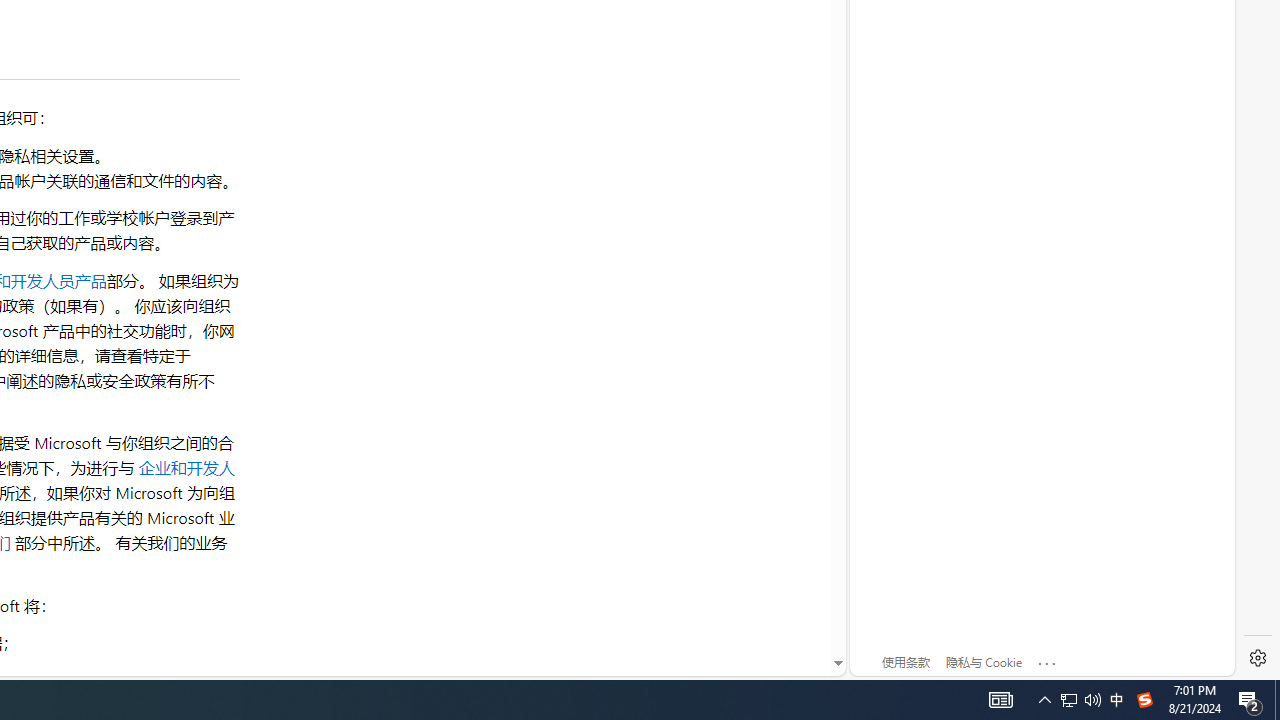  What do you see at coordinates (1000, 698) in the screenshot?
I see `'AutomationID: 4105'` at bounding box center [1000, 698].